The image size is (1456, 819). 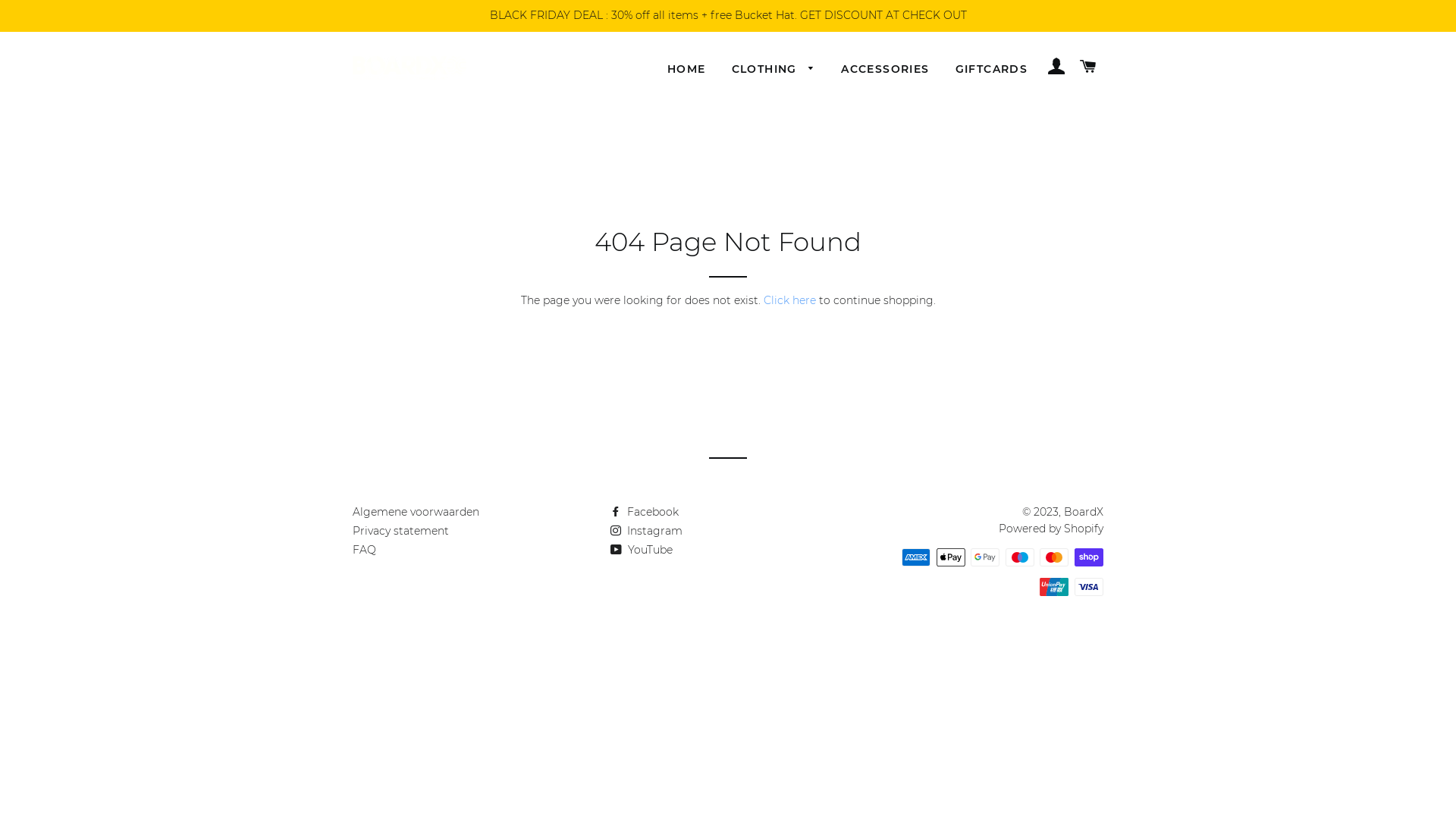 I want to click on 'LOG IN', so click(x=1055, y=66).